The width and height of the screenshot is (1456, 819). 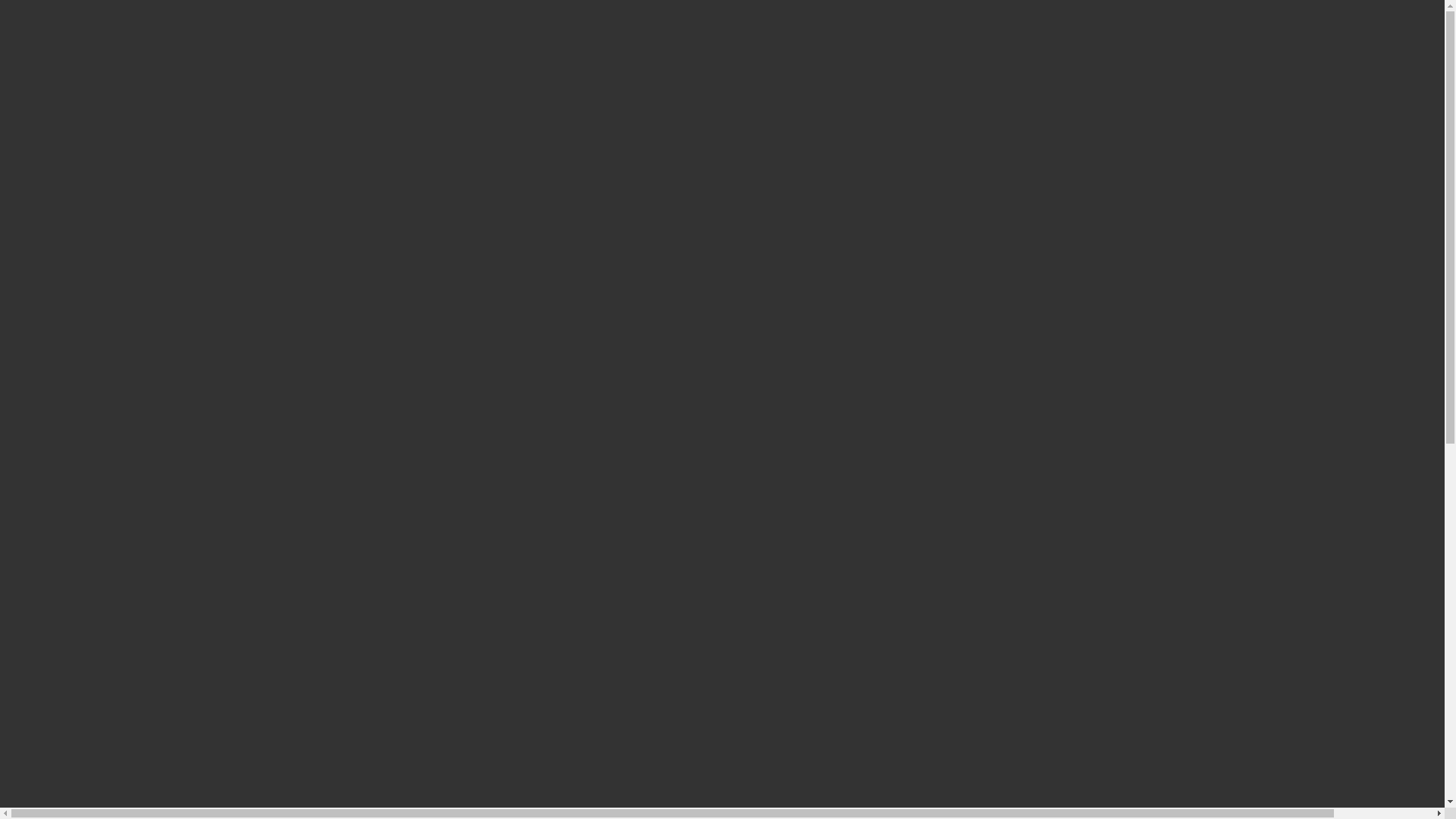 I want to click on 'Geschichte', so click(x=86, y=88).